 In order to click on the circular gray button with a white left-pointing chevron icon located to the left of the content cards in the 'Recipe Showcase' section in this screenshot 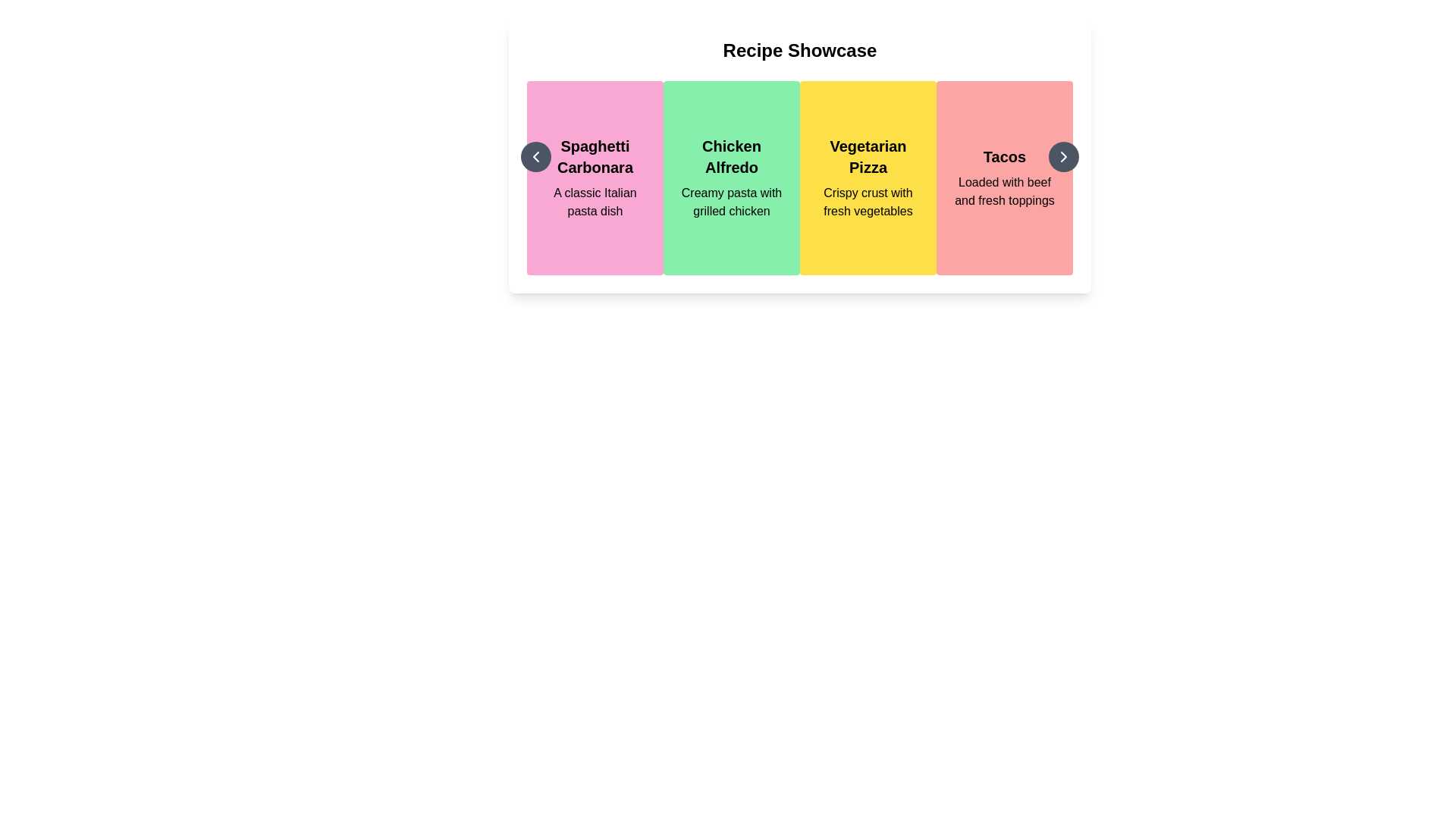, I will do `click(535, 157)`.